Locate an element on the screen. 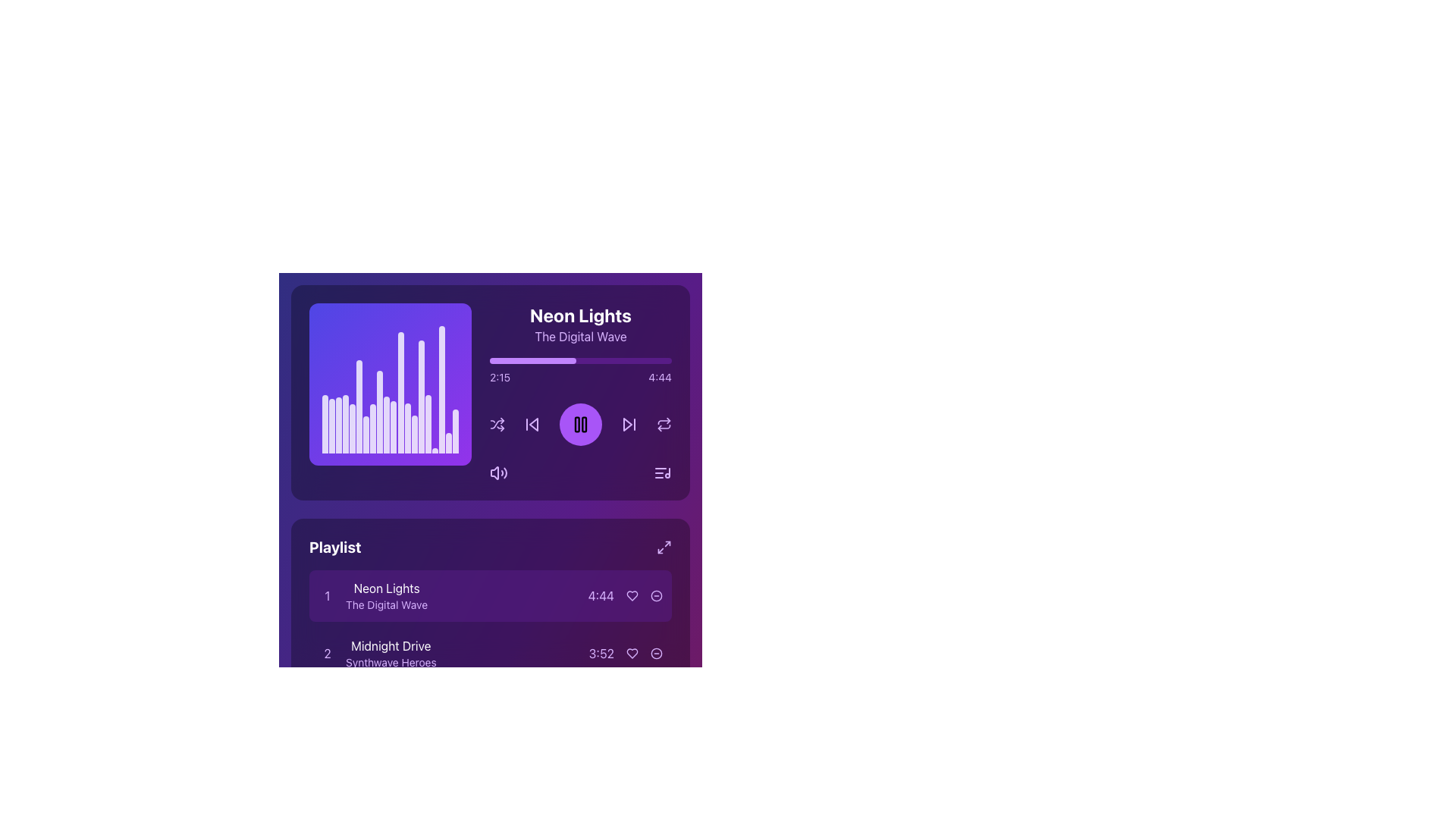  the sixth graphical audio visualization bar representing audio frequency levels in the music player interface is located at coordinates (359, 406).